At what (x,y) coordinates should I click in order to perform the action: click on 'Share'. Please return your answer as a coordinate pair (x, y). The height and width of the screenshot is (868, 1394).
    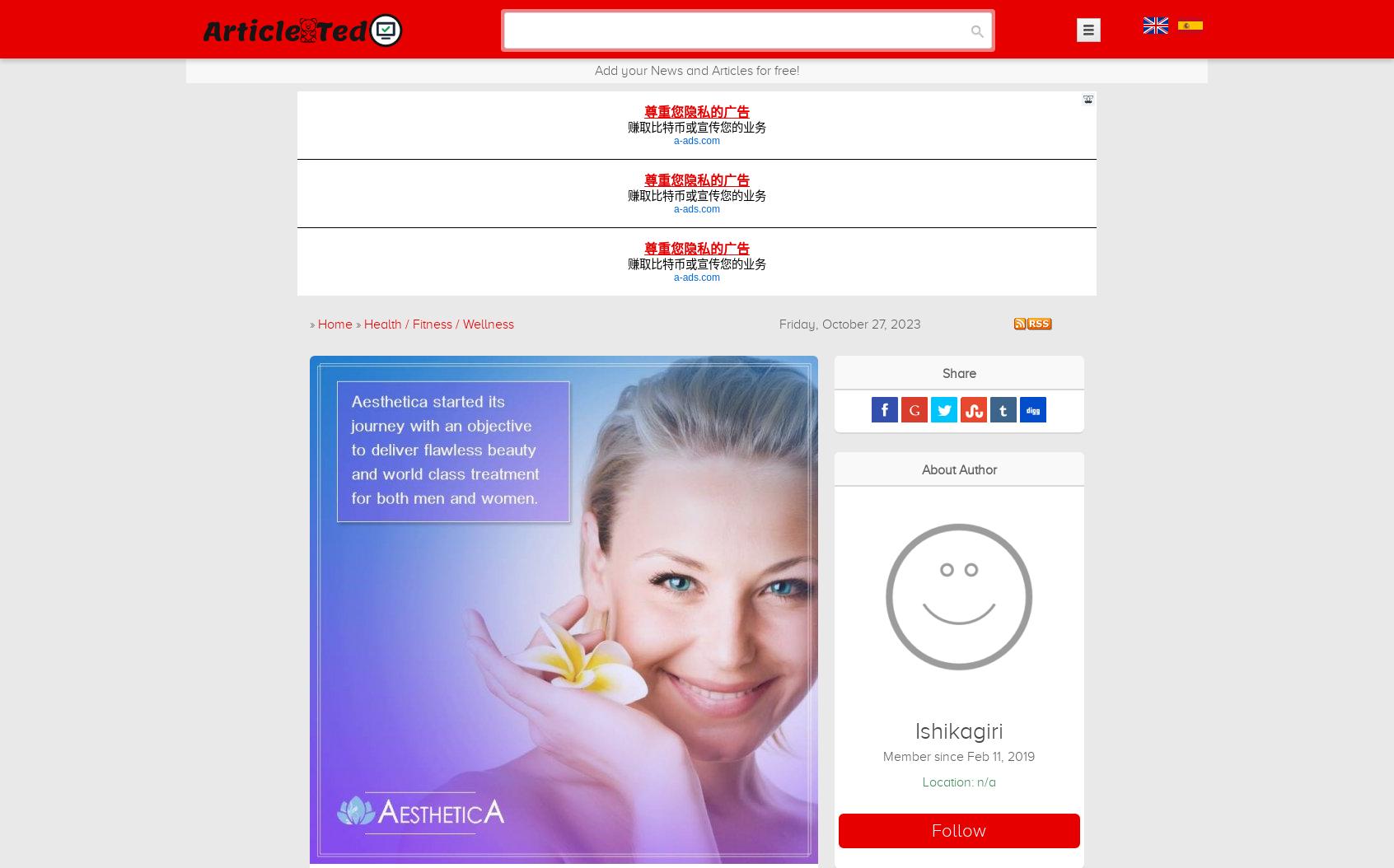
    Looking at the image, I should click on (940, 373).